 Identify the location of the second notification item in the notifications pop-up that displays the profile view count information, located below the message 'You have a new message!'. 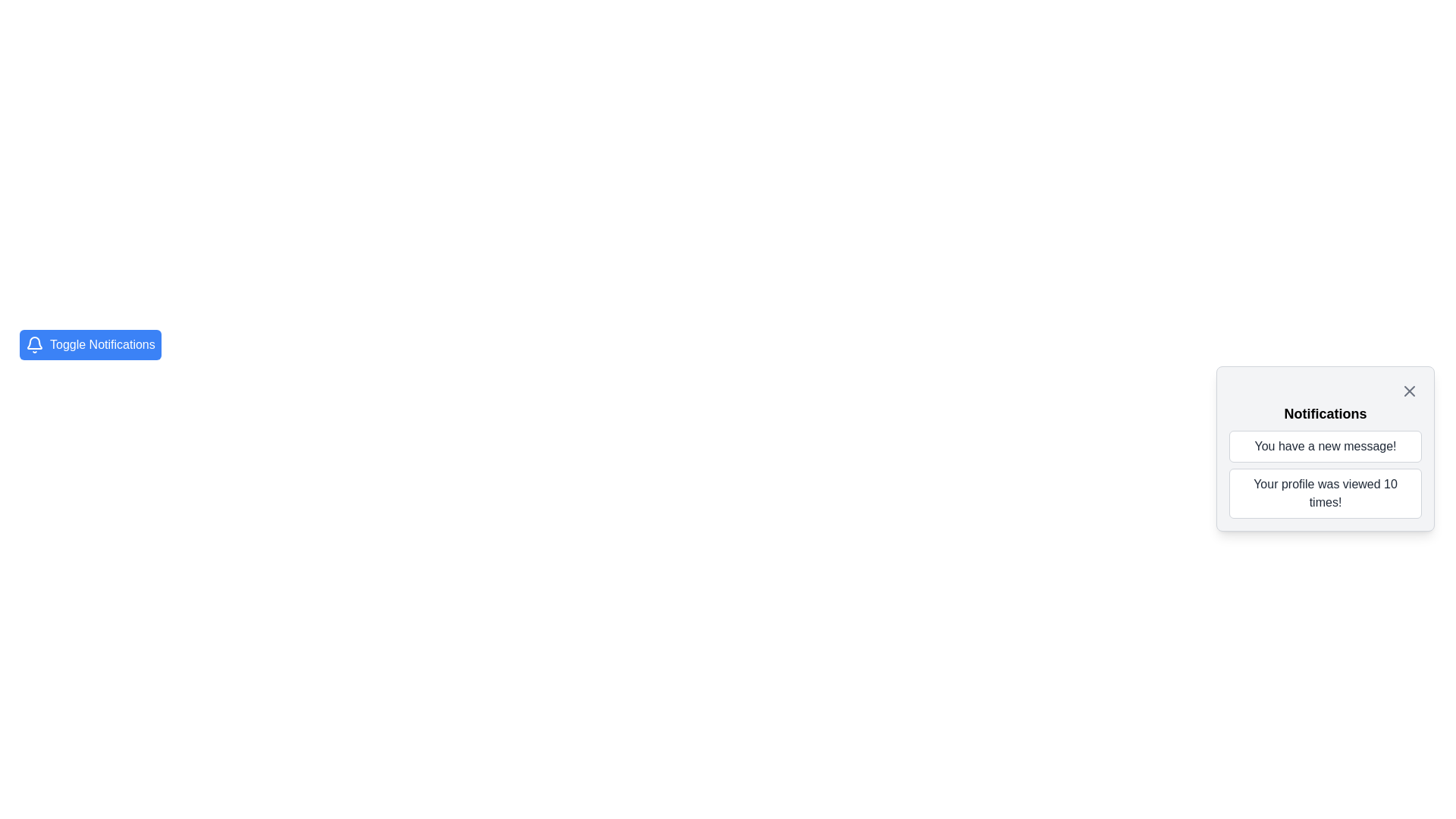
(1324, 494).